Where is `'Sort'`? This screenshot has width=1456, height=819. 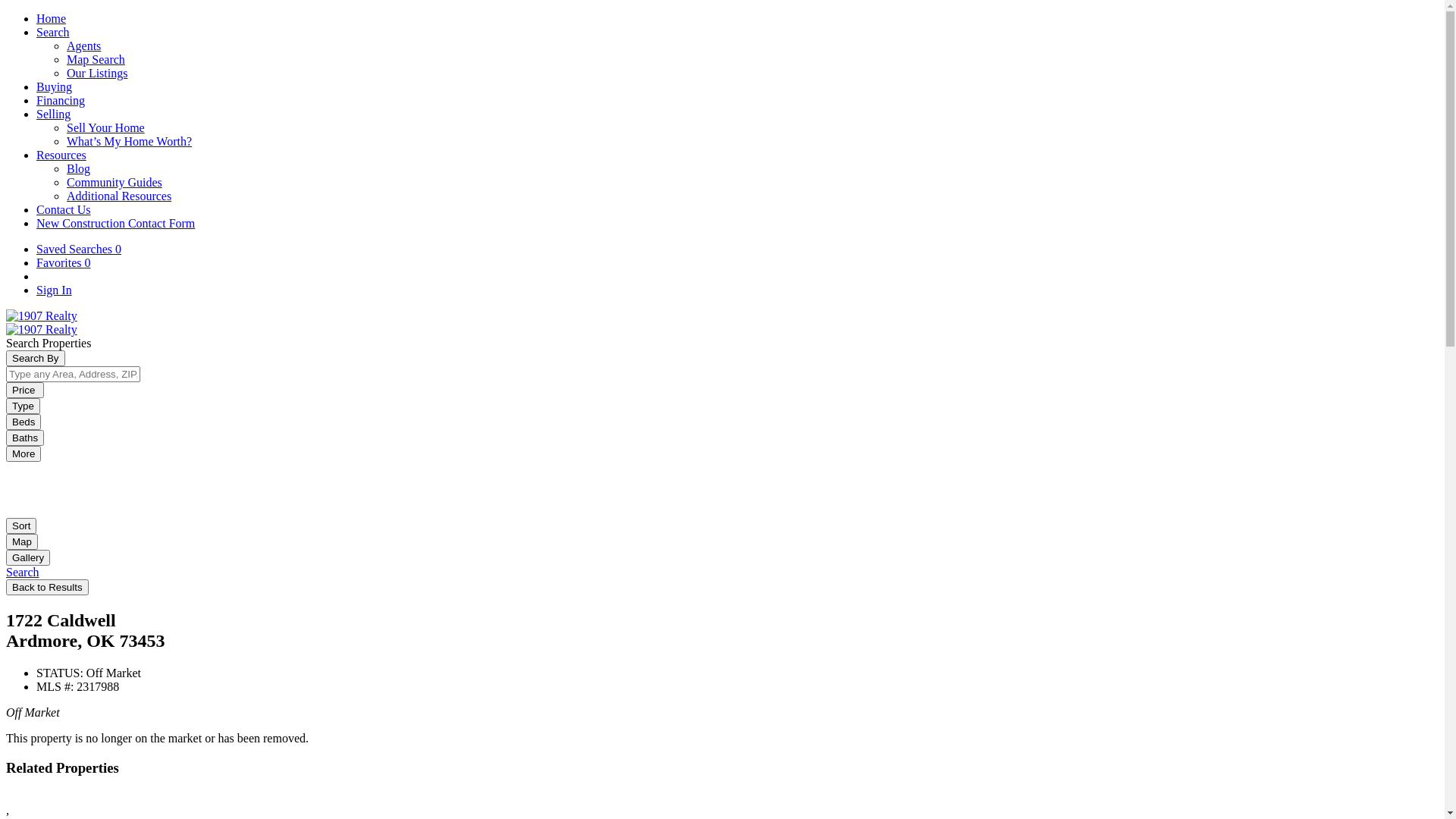 'Sort' is located at coordinates (21, 525).